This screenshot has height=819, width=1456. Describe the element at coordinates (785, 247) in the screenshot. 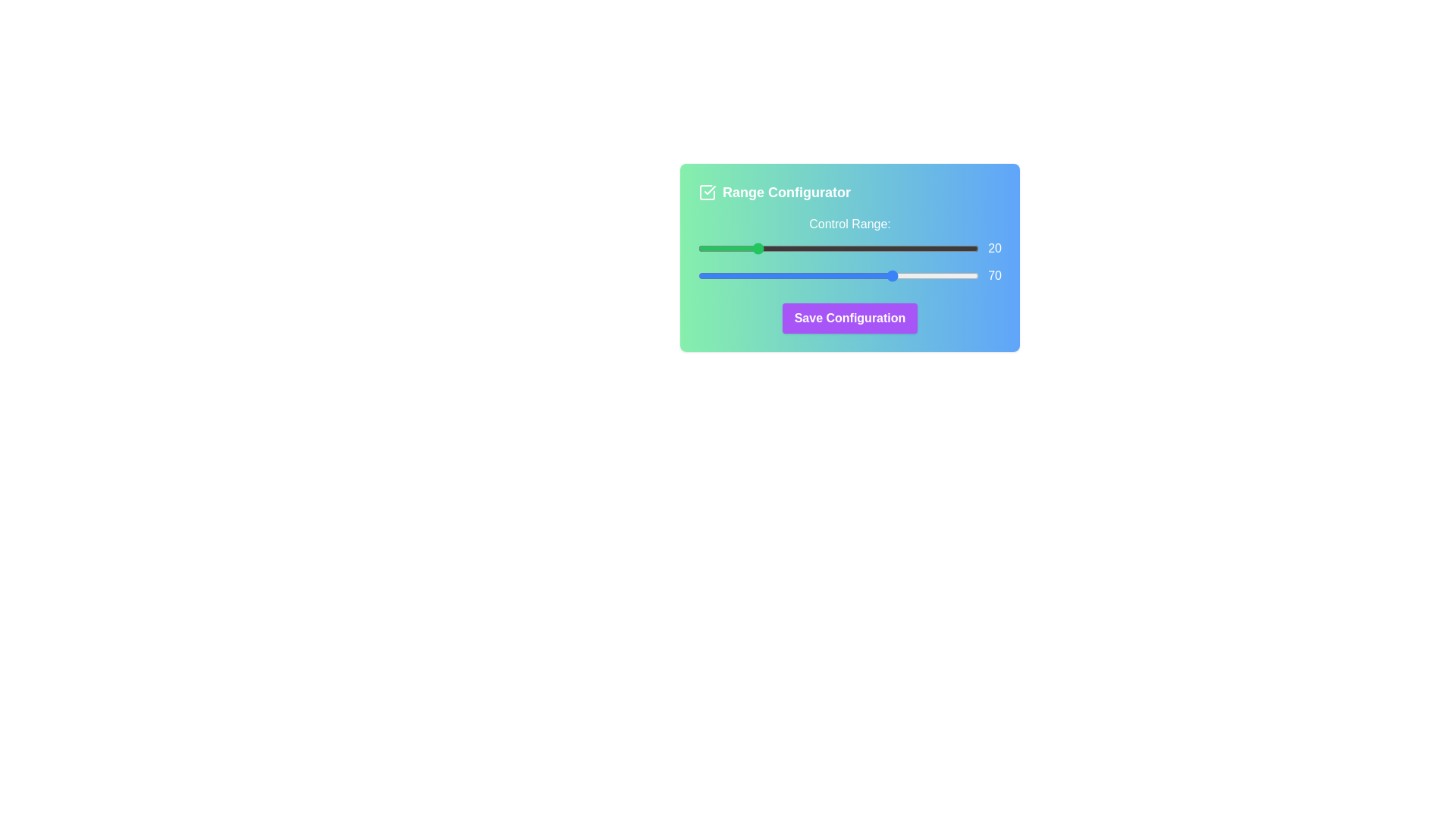

I see `the start range slider to set the value to 31` at that location.